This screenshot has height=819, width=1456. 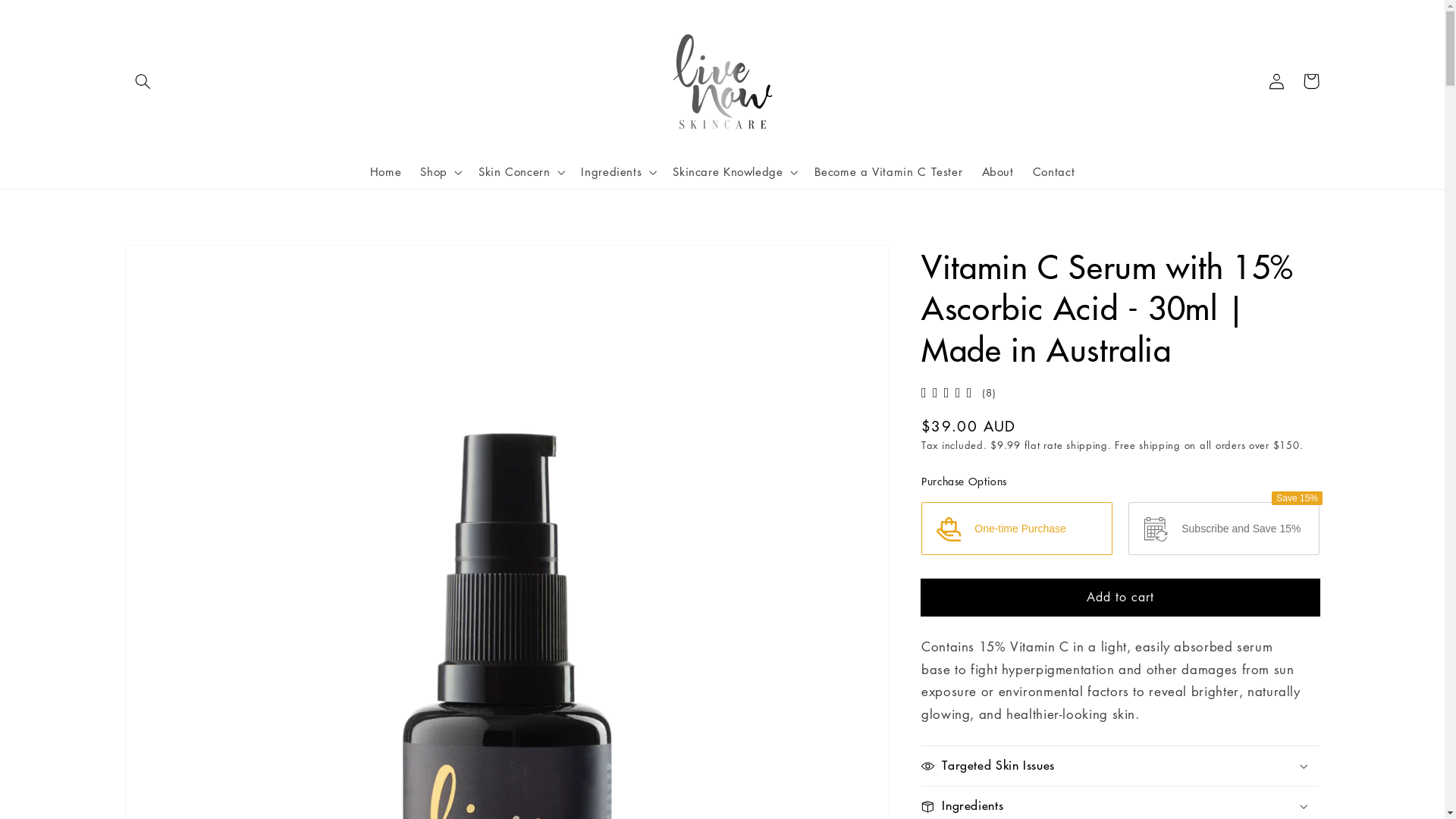 I want to click on 'Contact', so click(x=1053, y=171).